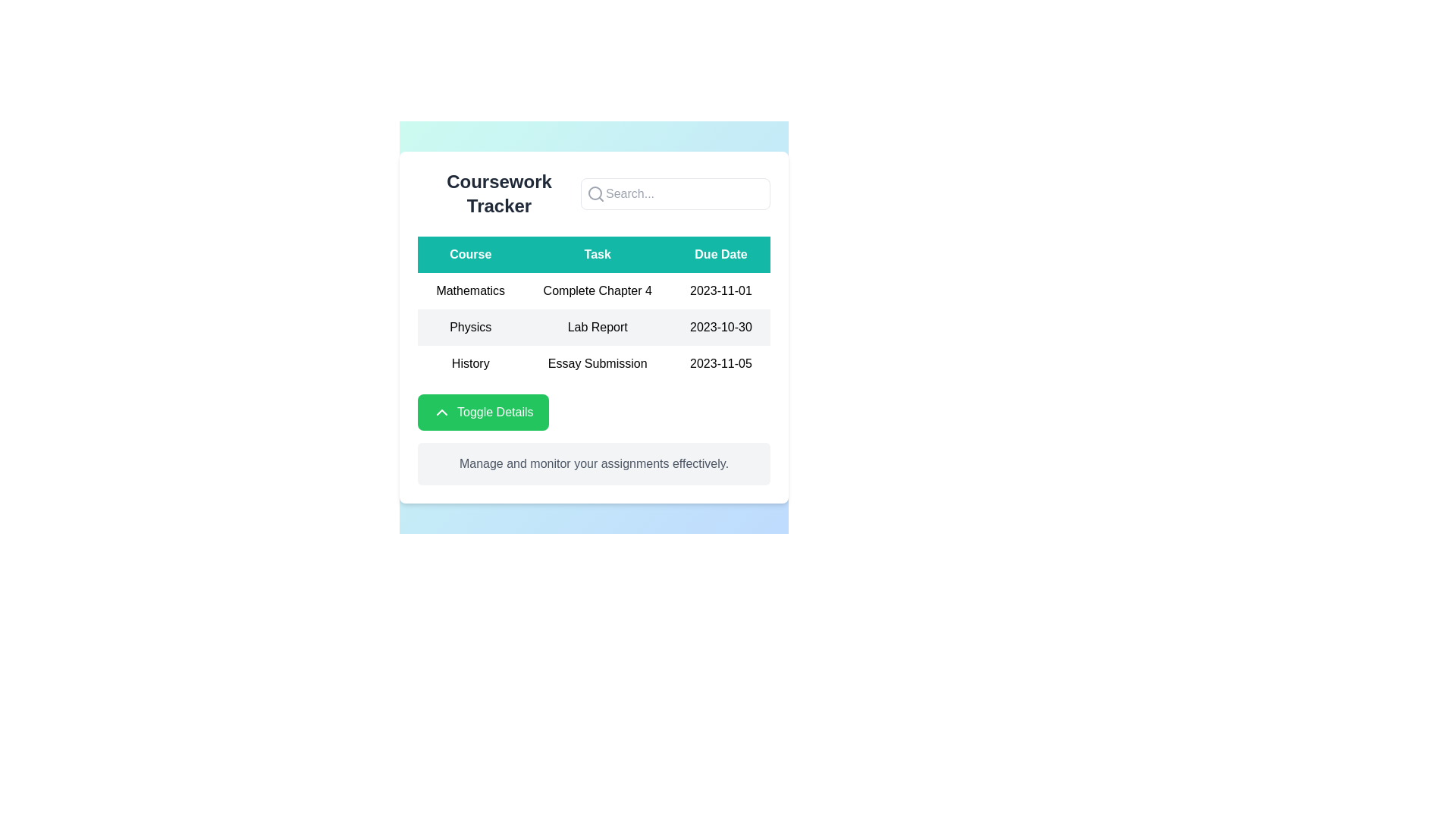 This screenshot has width=1456, height=819. Describe the element at coordinates (593, 291) in the screenshot. I see `the first row in the task table displaying 'Mathematics', 'Complete Chapter 4', and '2023-11-01'` at that location.